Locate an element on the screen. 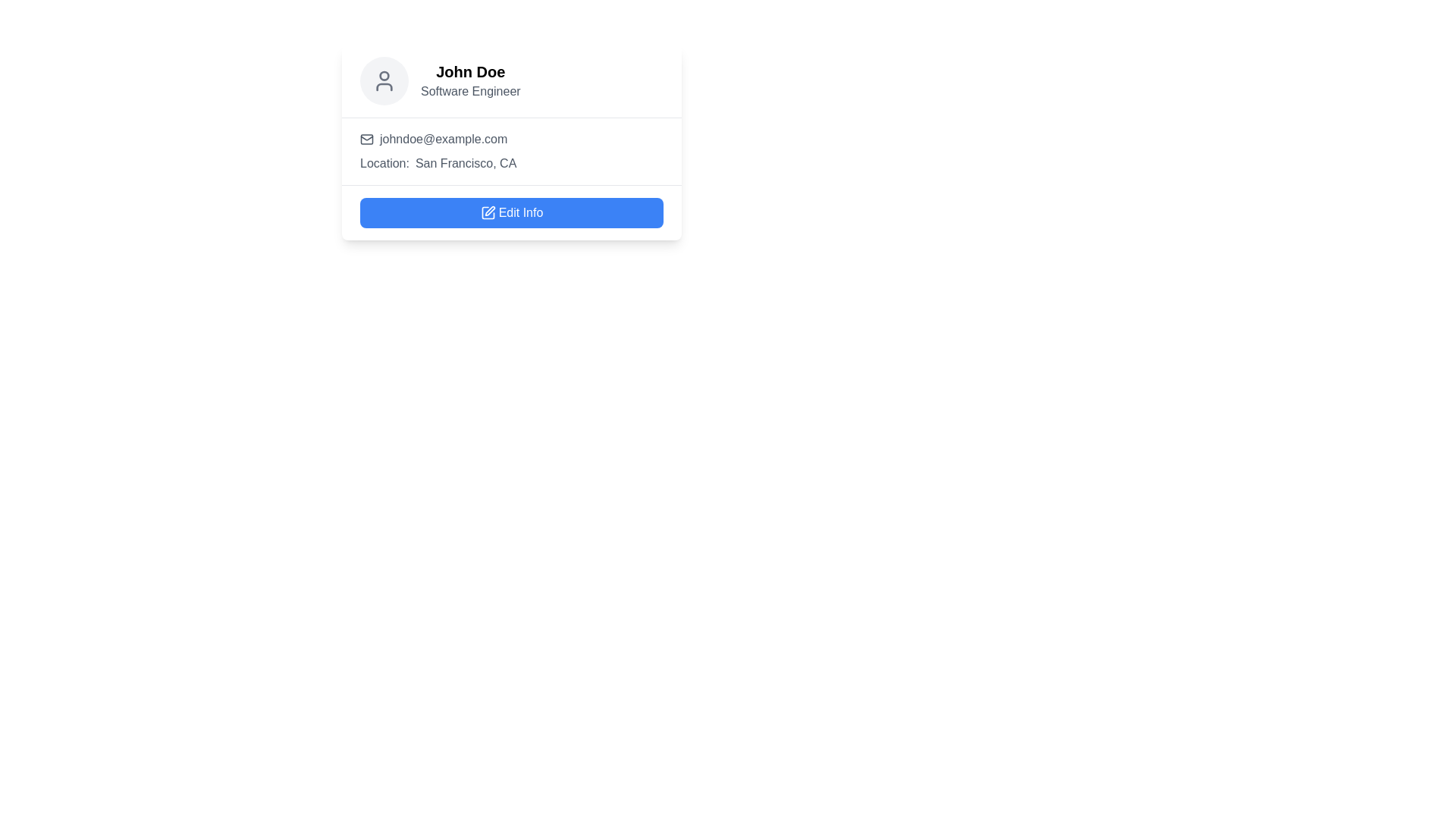 Image resolution: width=1456 pixels, height=819 pixels. the static text displaying the location detail 'San Francisco, CA', which is positioned to the right of the label 'Location:' is located at coordinates (465, 164).